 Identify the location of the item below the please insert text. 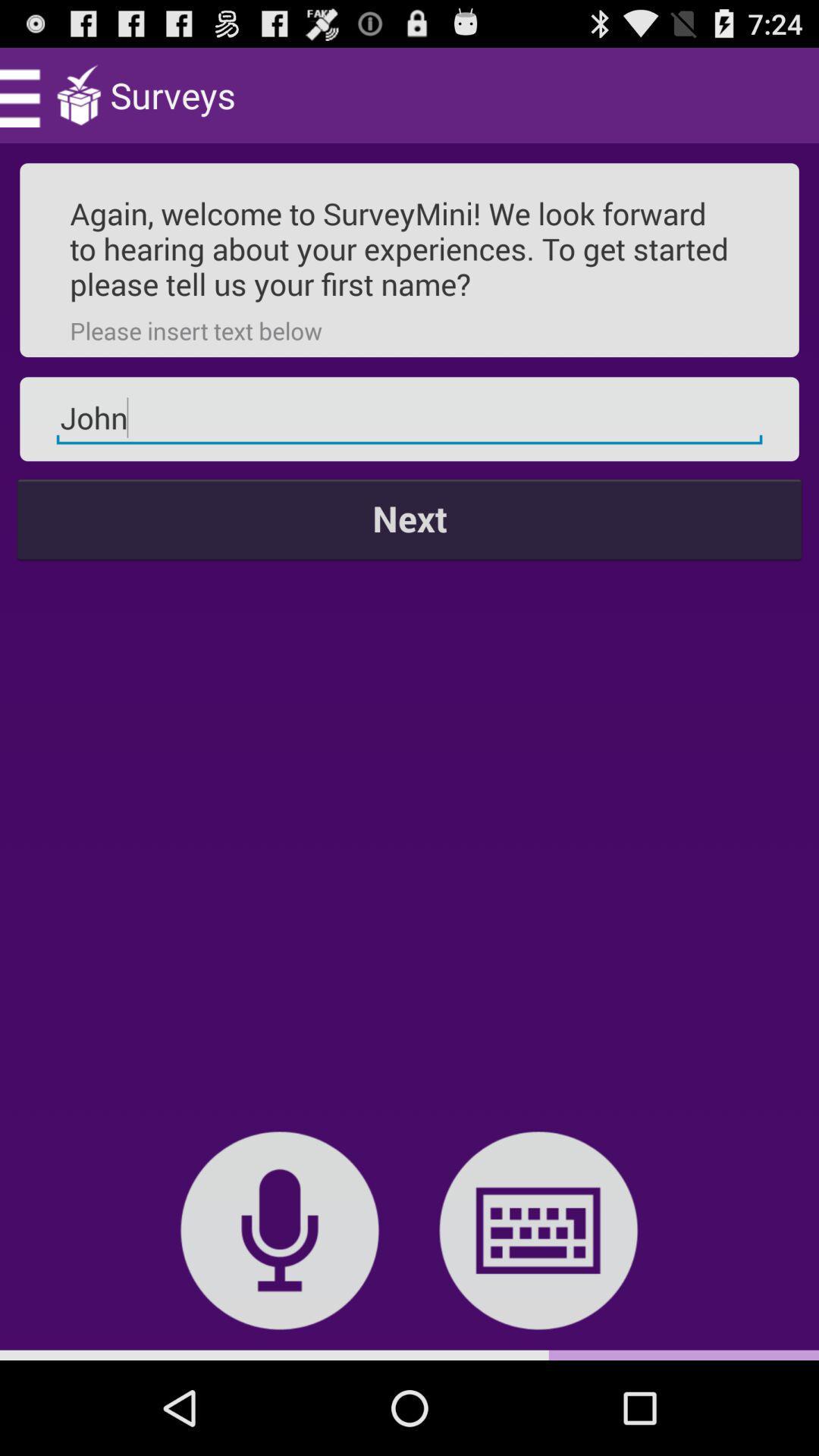
(409, 419).